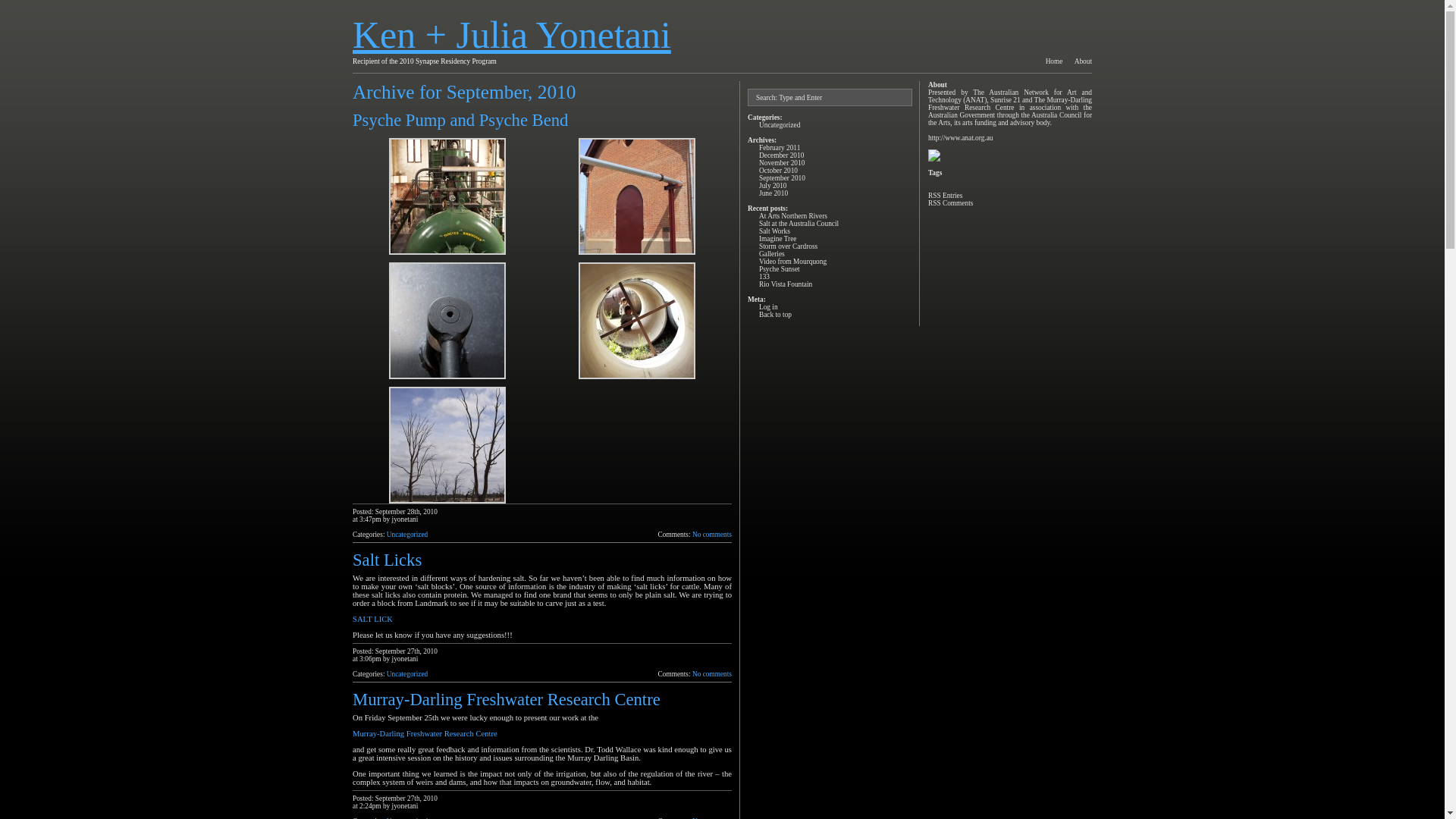  Describe the element at coordinates (777, 239) in the screenshot. I see `'Imagine Tree'` at that location.